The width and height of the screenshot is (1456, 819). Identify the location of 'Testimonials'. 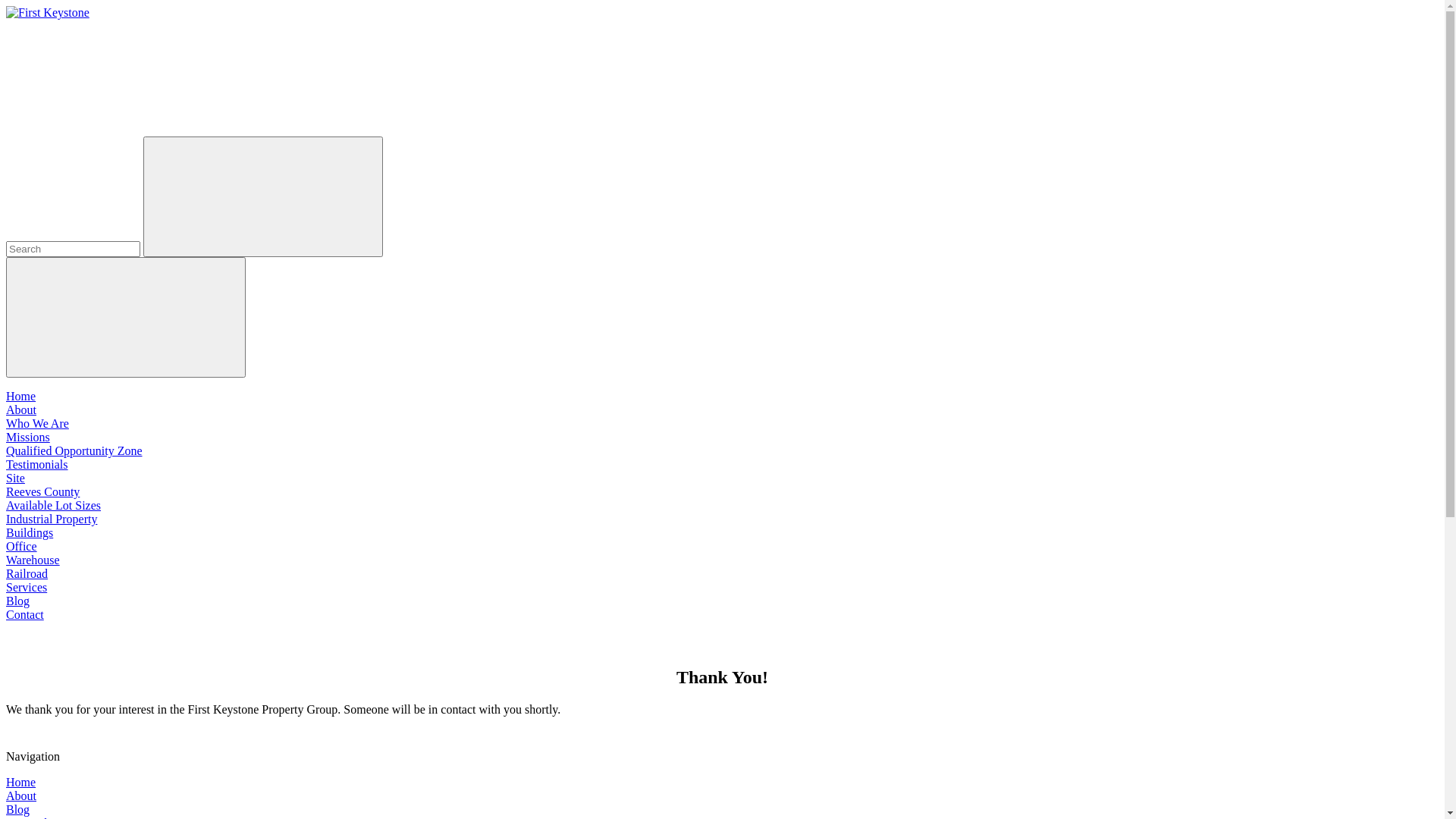
(36, 463).